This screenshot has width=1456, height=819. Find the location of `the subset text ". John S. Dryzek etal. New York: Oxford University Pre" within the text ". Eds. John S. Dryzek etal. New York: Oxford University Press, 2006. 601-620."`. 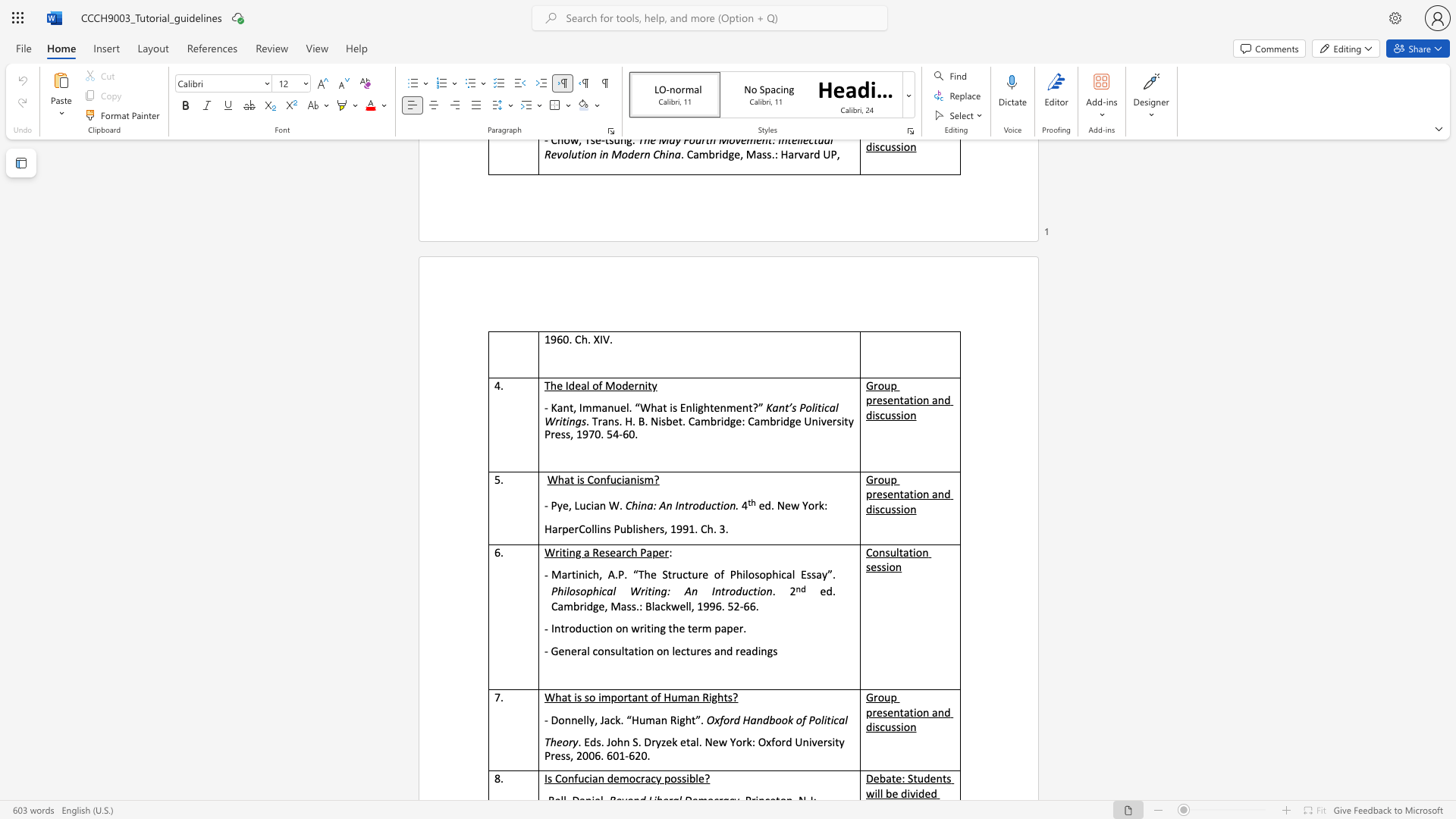

the subset text ". John S. Dryzek etal. New York: Oxford University Pre" within the text ". Eds. John S. Dryzek etal. New York: Oxford University Press, 2006. 601-620." is located at coordinates (600, 741).